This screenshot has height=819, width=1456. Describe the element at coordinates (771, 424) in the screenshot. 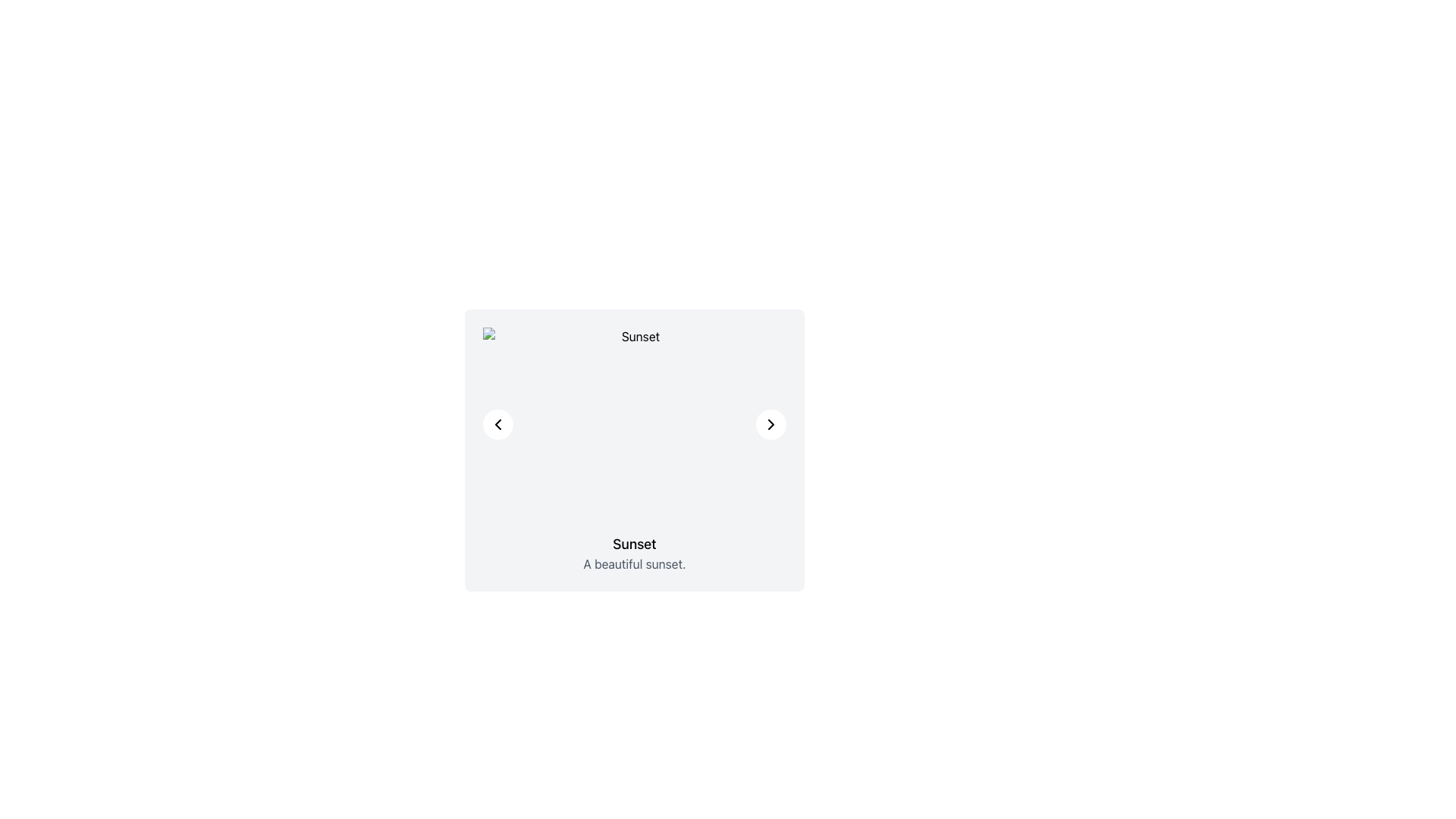

I see `the right-pointing navigational icon located in the top-right section of the card layout` at that location.